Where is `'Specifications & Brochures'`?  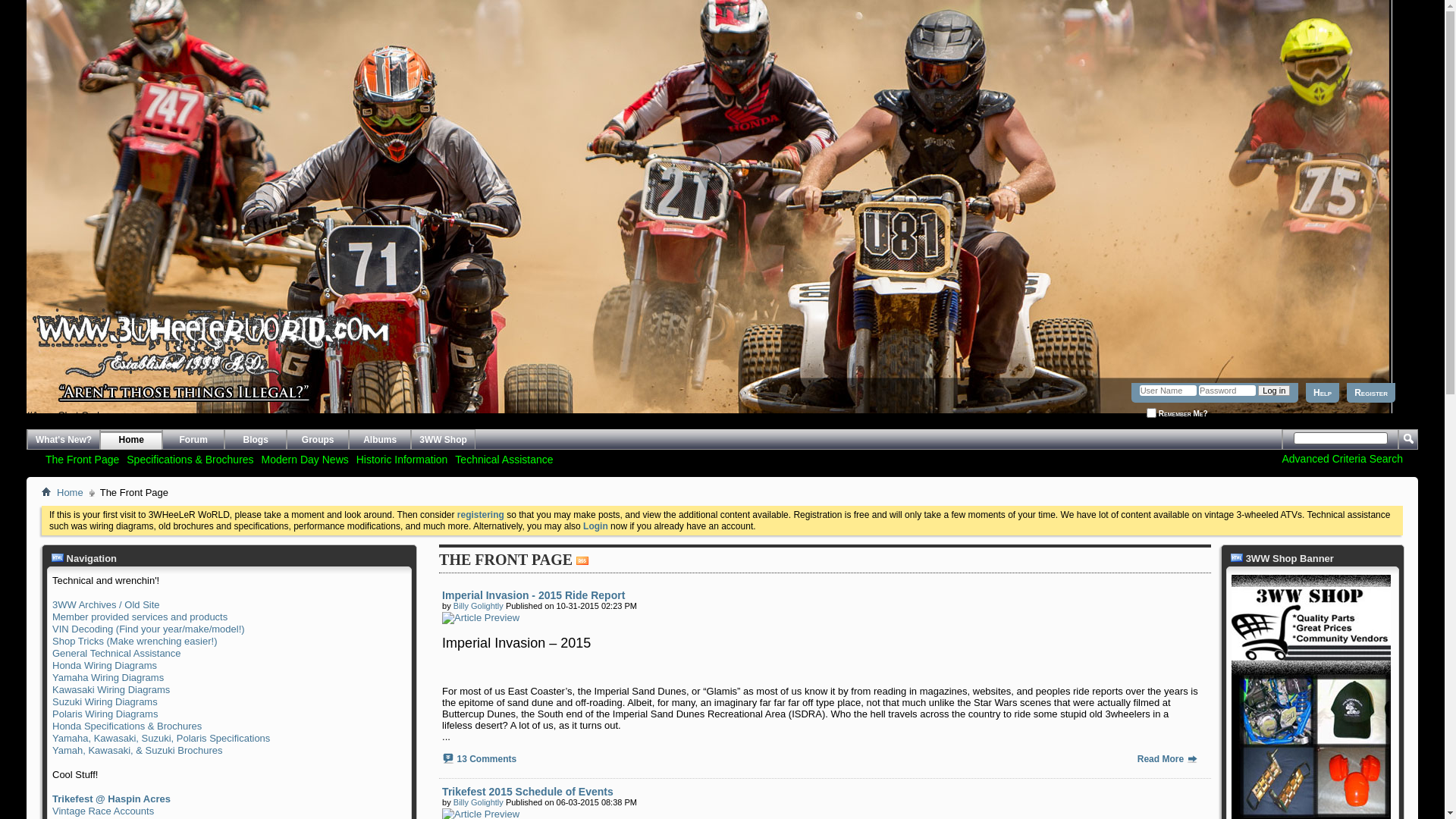 'Specifications & Brochures' is located at coordinates (189, 458).